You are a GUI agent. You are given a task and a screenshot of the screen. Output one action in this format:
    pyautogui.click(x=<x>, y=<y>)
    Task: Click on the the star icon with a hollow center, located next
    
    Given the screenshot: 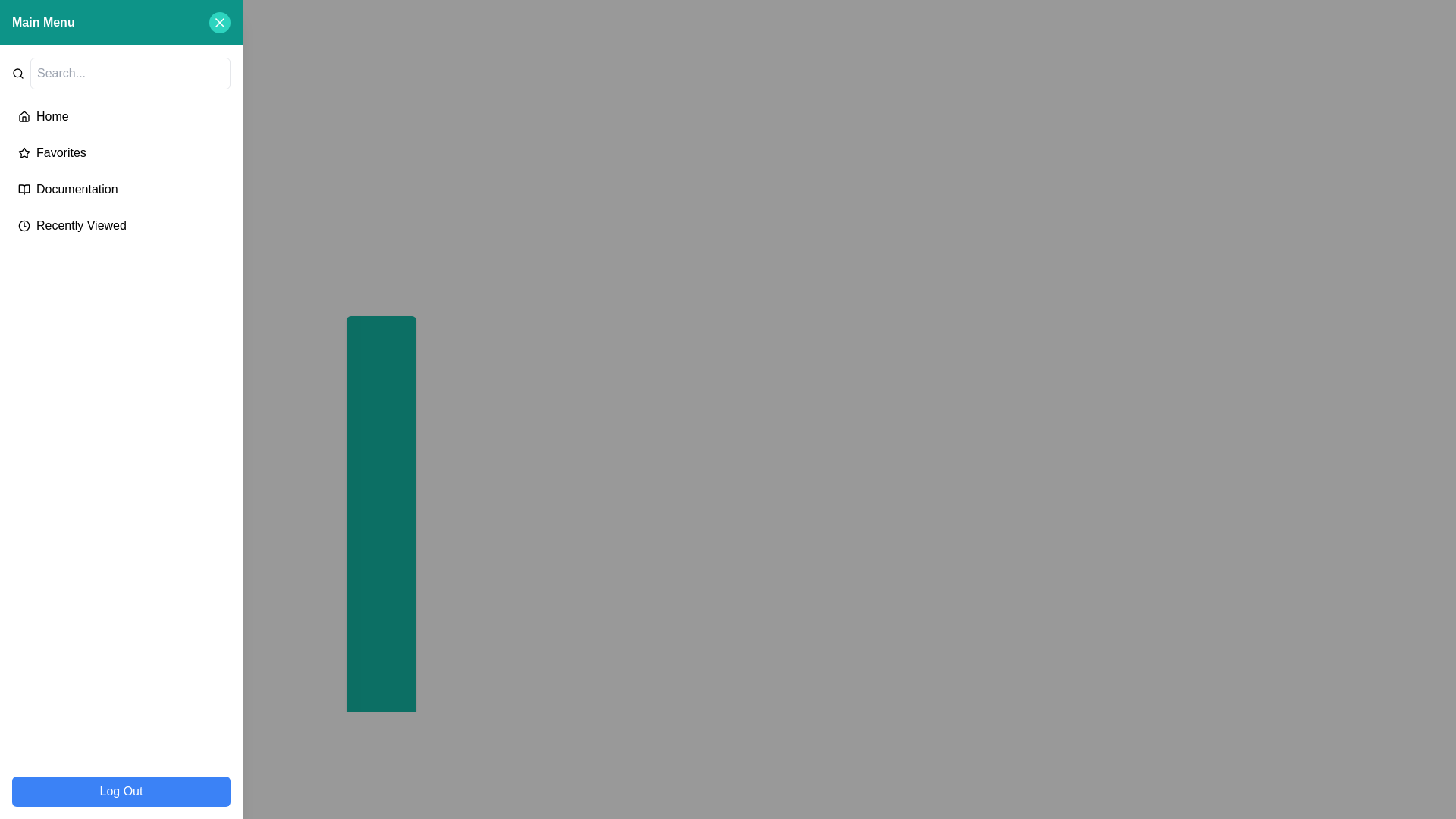 What is the action you would take?
    pyautogui.click(x=24, y=152)
    